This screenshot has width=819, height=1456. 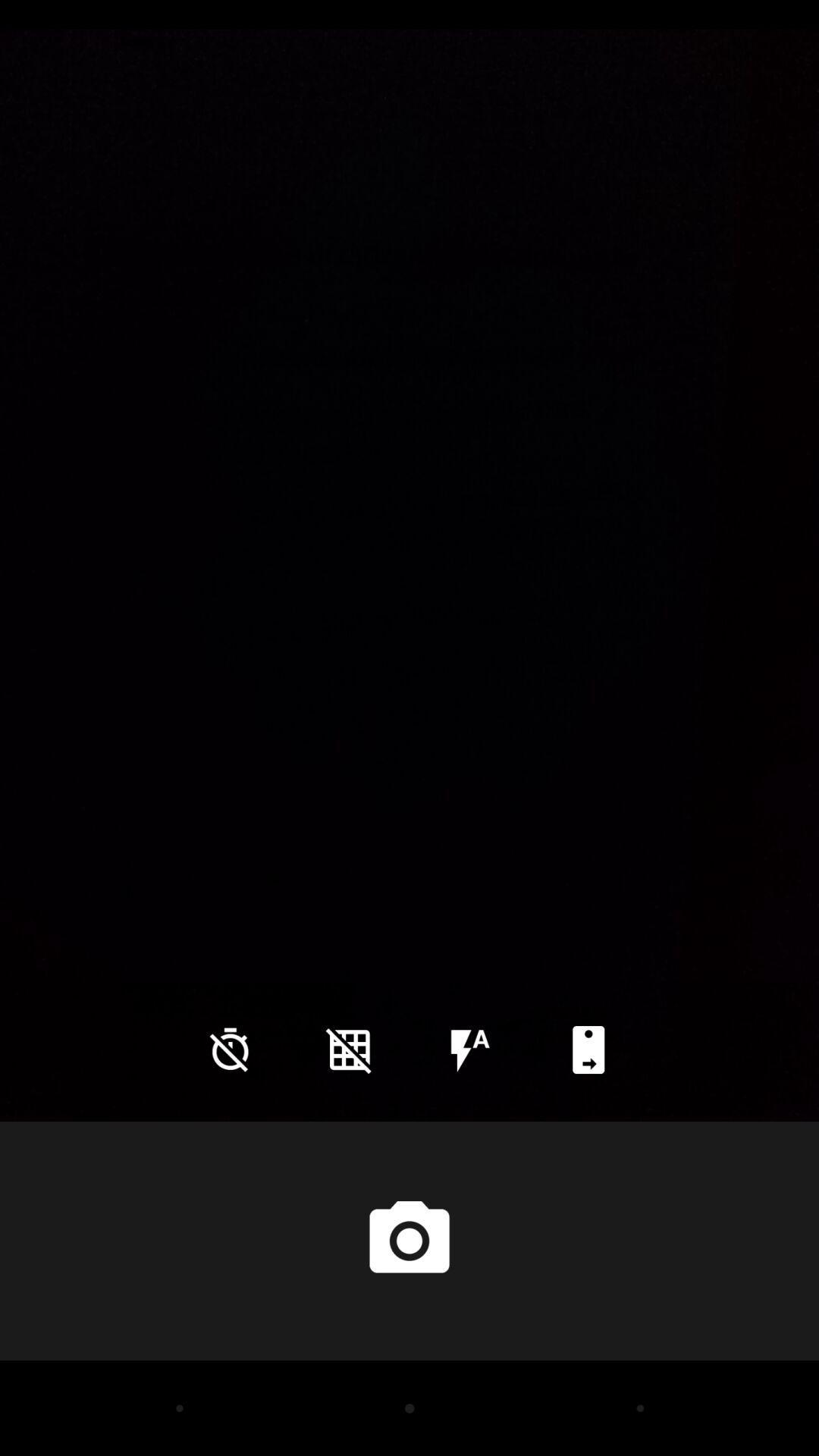 I want to click on the icon at the bottom left corner, so click(x=230, y=1049).